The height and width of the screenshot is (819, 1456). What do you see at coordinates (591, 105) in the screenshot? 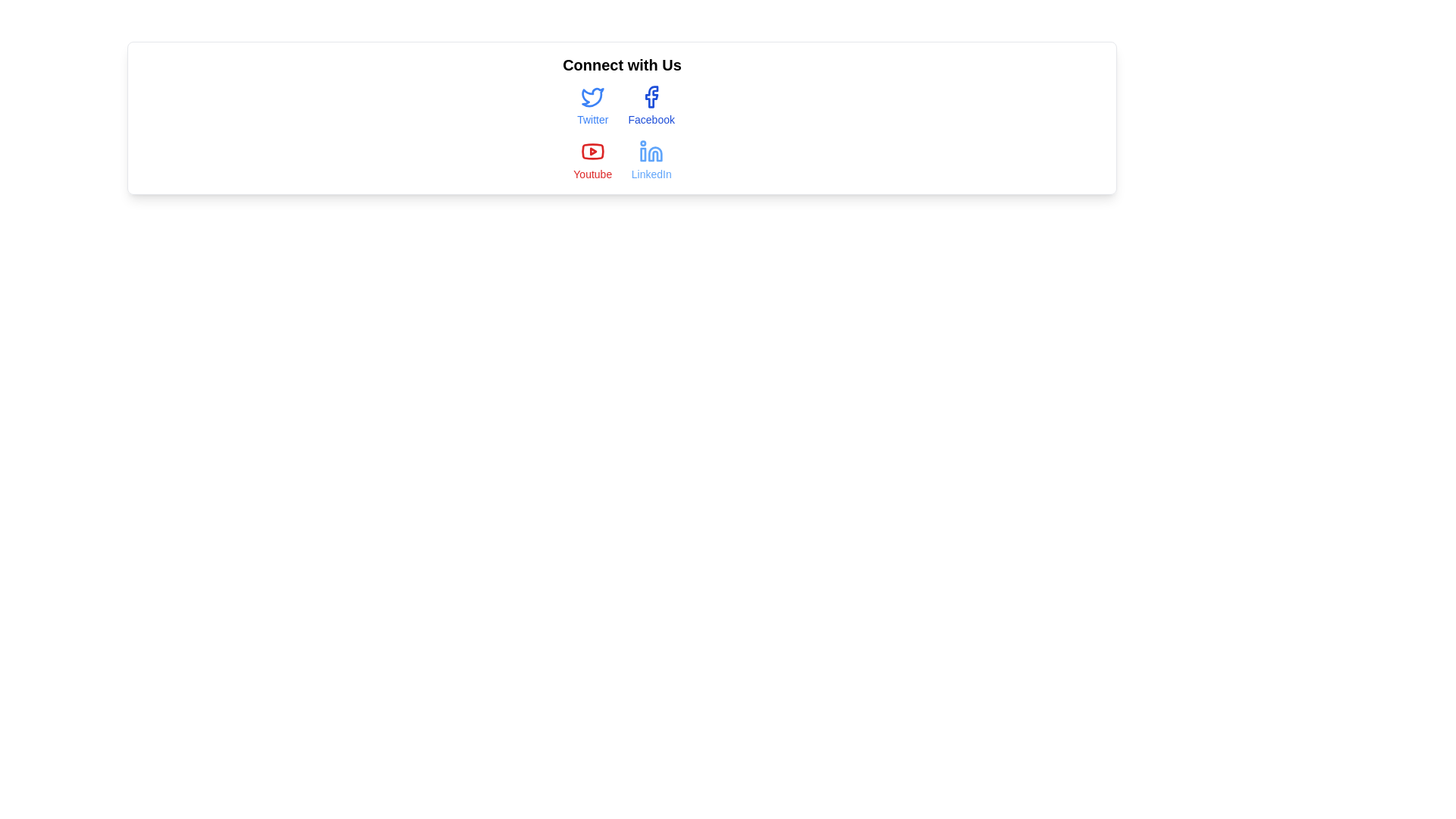
I see `the Hyperlink button with an icon and label located in the top left corner of the grid` at bounding box center [591, 105].